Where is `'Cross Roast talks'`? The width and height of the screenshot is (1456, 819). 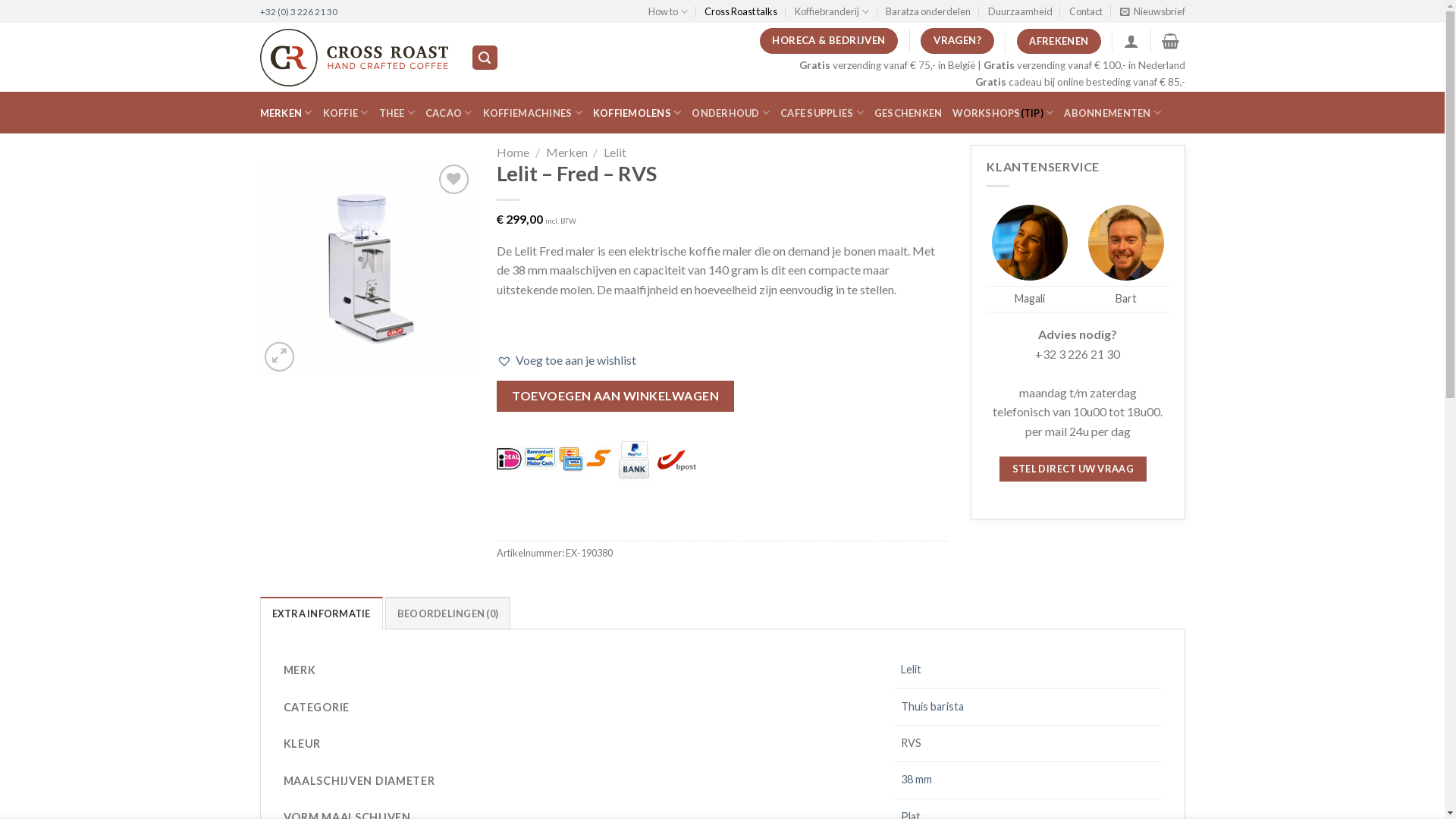
'Cross Roast talks' is located at coordinates (704, 11).